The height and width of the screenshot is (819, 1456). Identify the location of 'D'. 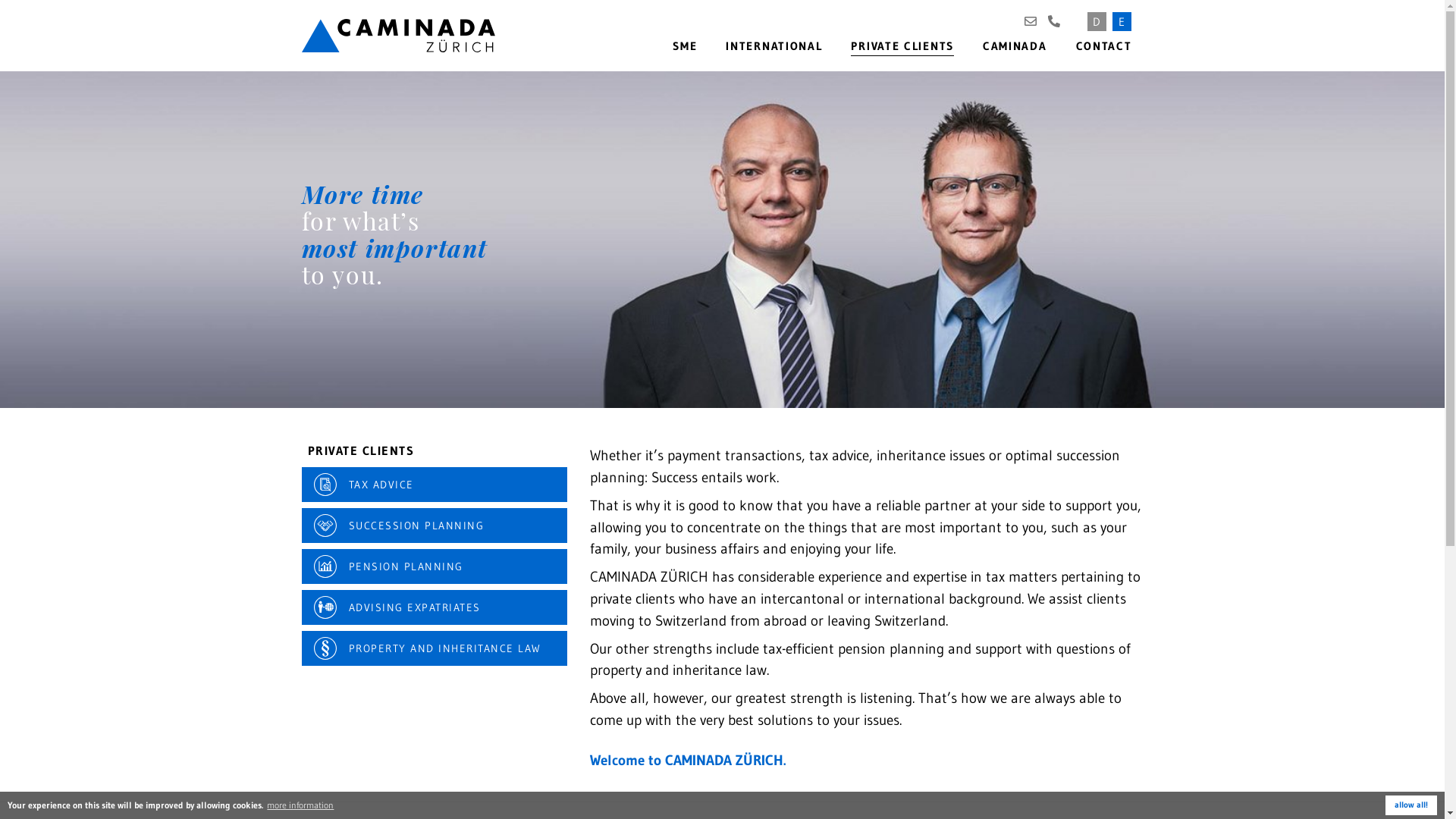
(1087, 21).